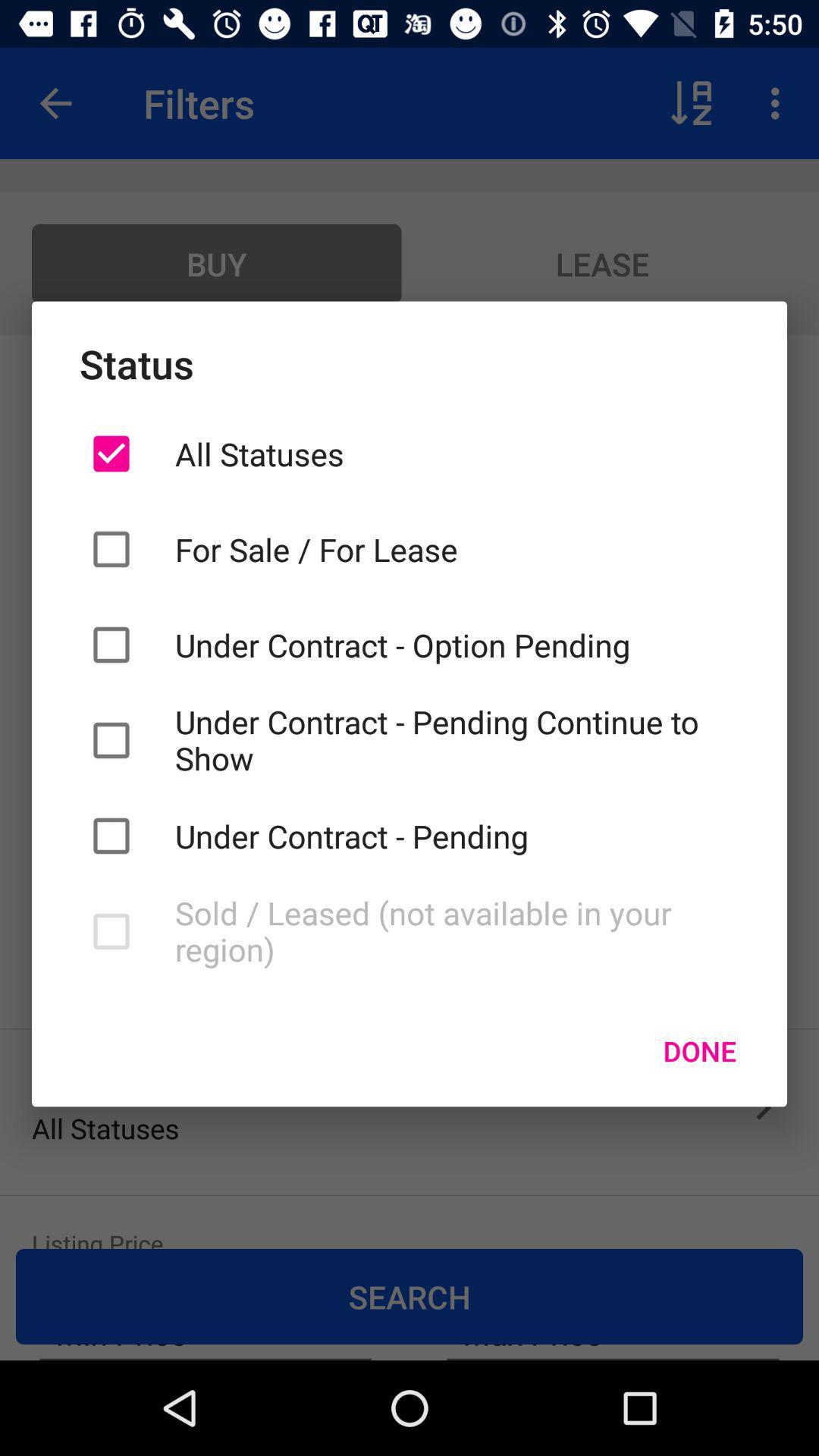  What do you see at coordinates (456, 548) in the screenshot?
I see `the item above under contract option icon` at bounding box center [456, 548].